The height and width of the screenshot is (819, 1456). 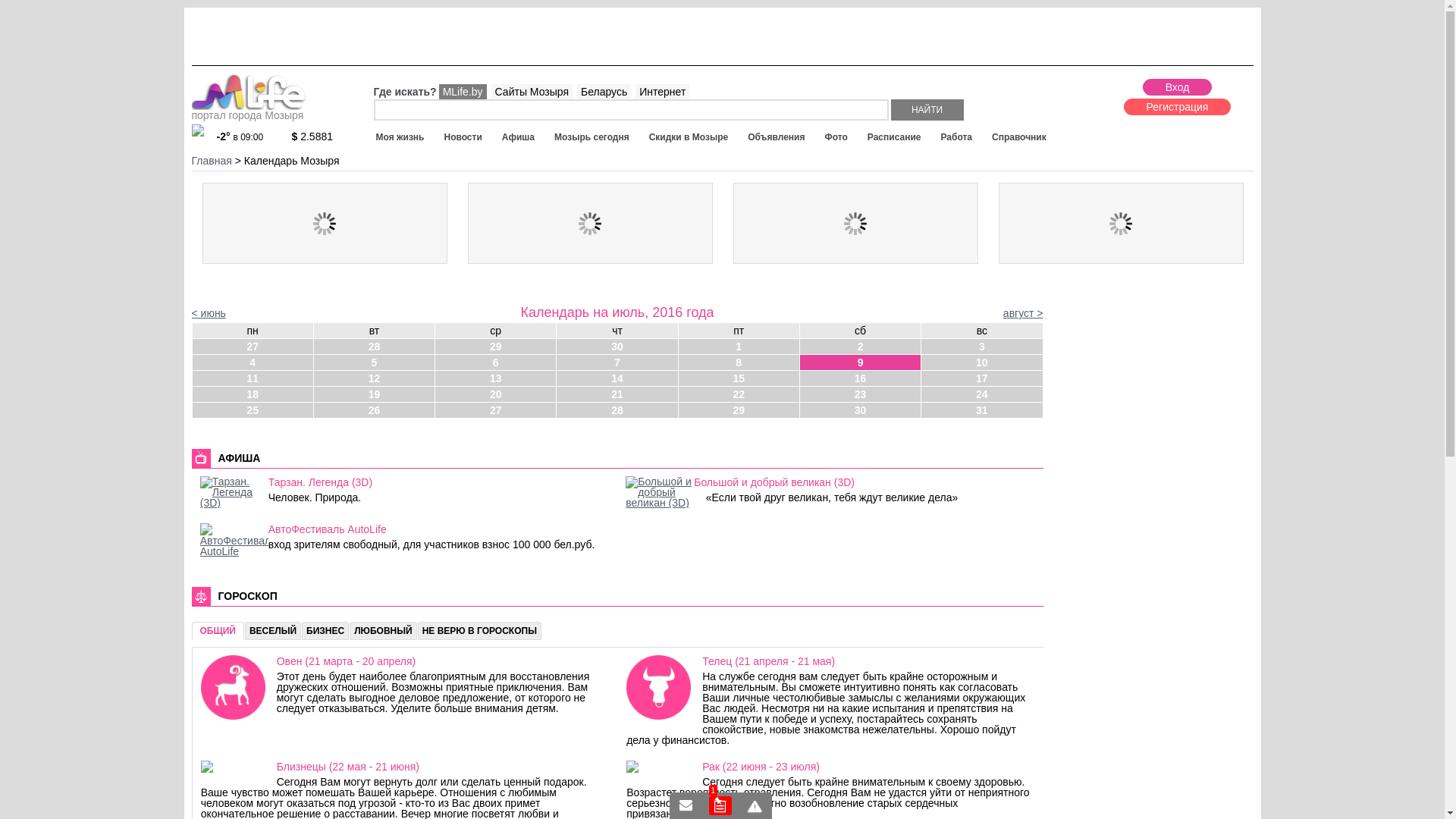 What do you see at coordinates (739, 394) in the screenshot?
I see `'22'` at bounding box center [739, 394].